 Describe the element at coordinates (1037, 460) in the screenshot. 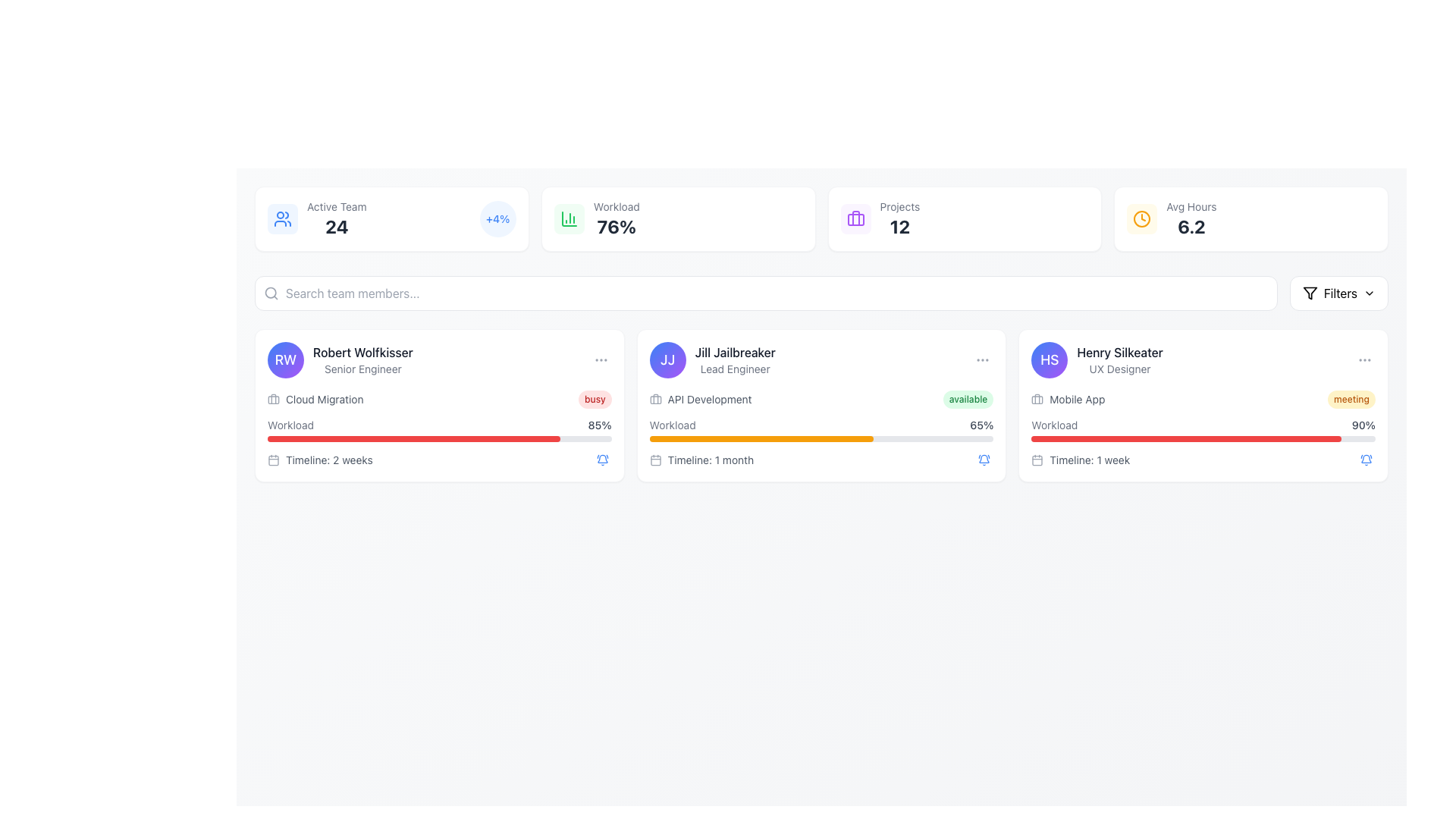

I see `the decorative SVG graphic resembling a calendar icon associated with 'Henry Silkeater' in the bottom row of cards` at that location.